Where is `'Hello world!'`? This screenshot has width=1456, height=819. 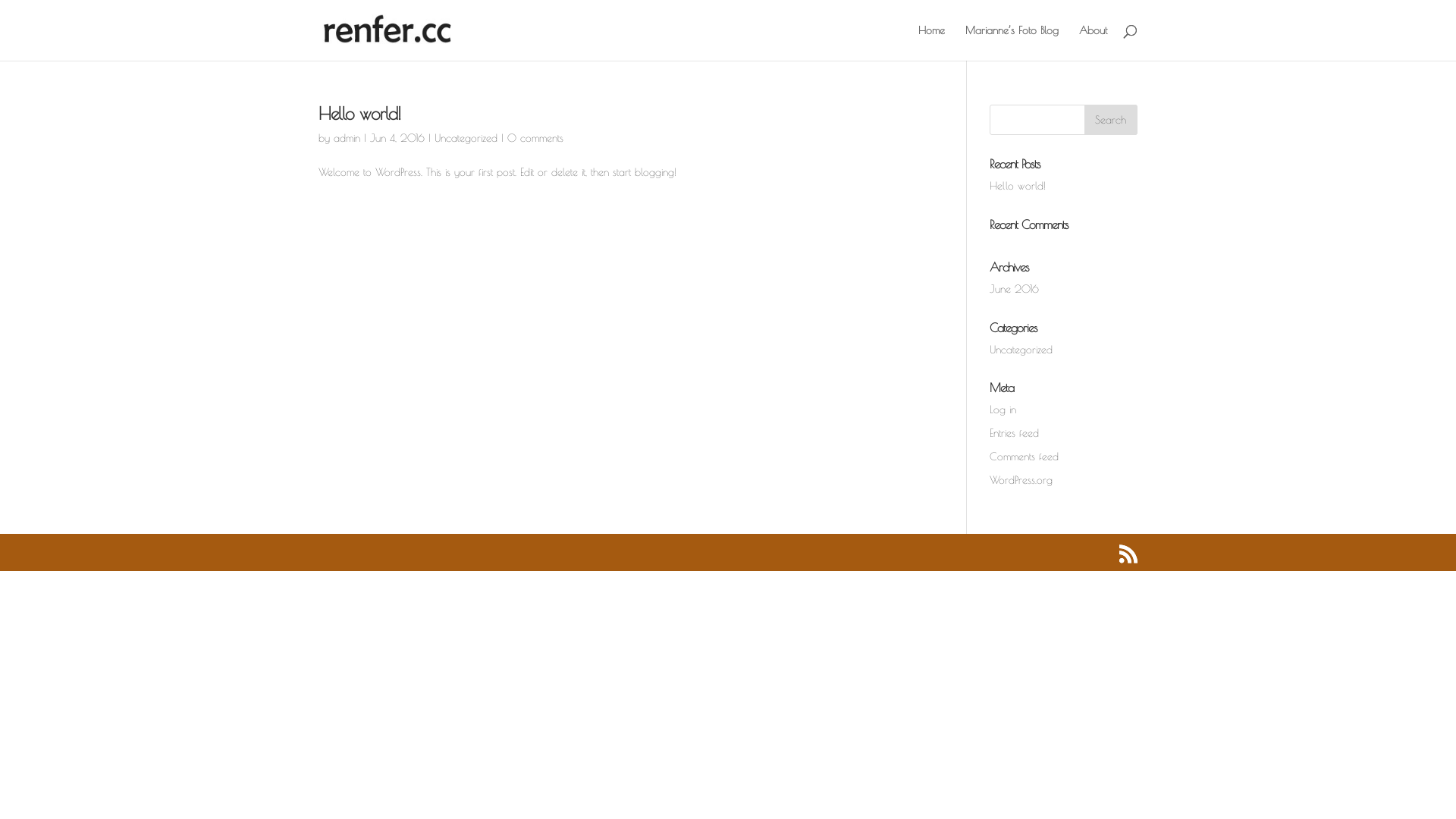
'Hello world!' is located at coordinates (990, 185).